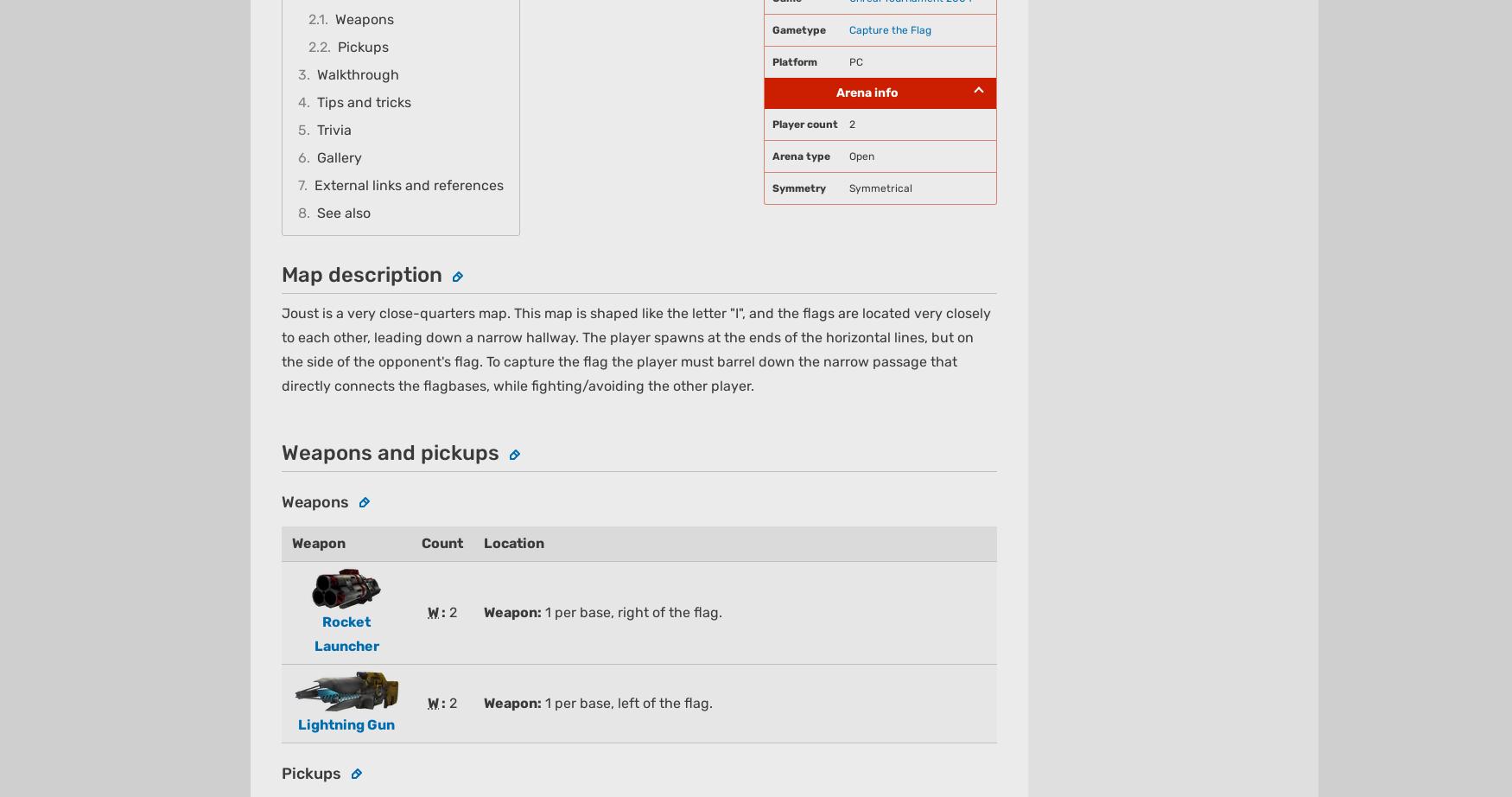 The width and height of the screenshot is (1512, 797). Describe the element at coordinates (804, 753) in the screenshot. I see `'Help'` at that location.